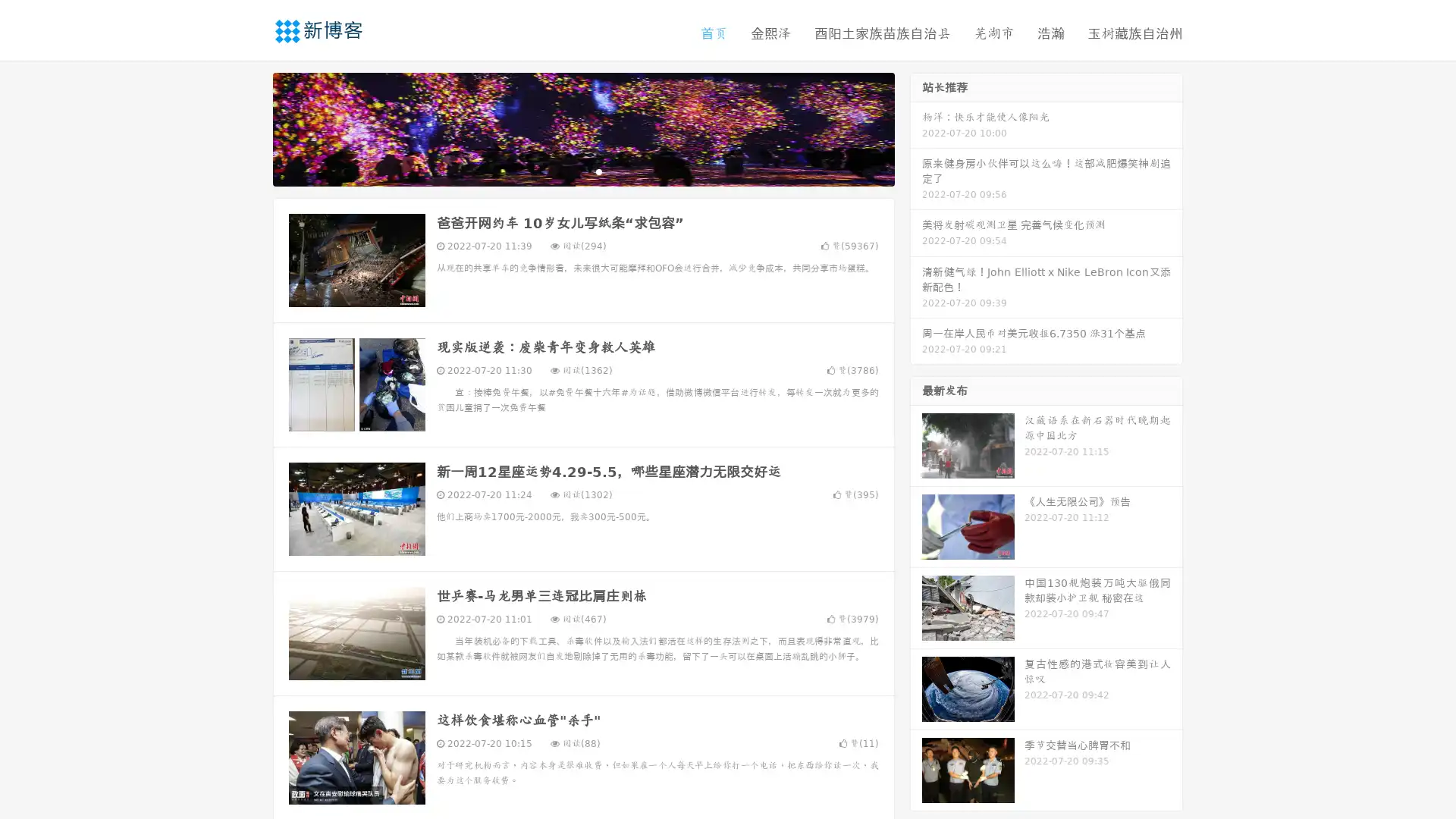 The width and height of the screenshot is (1456, 819). Describe the element at coordinates (567, 171) in the screenshot. I see `Go to slide 1` at that location.